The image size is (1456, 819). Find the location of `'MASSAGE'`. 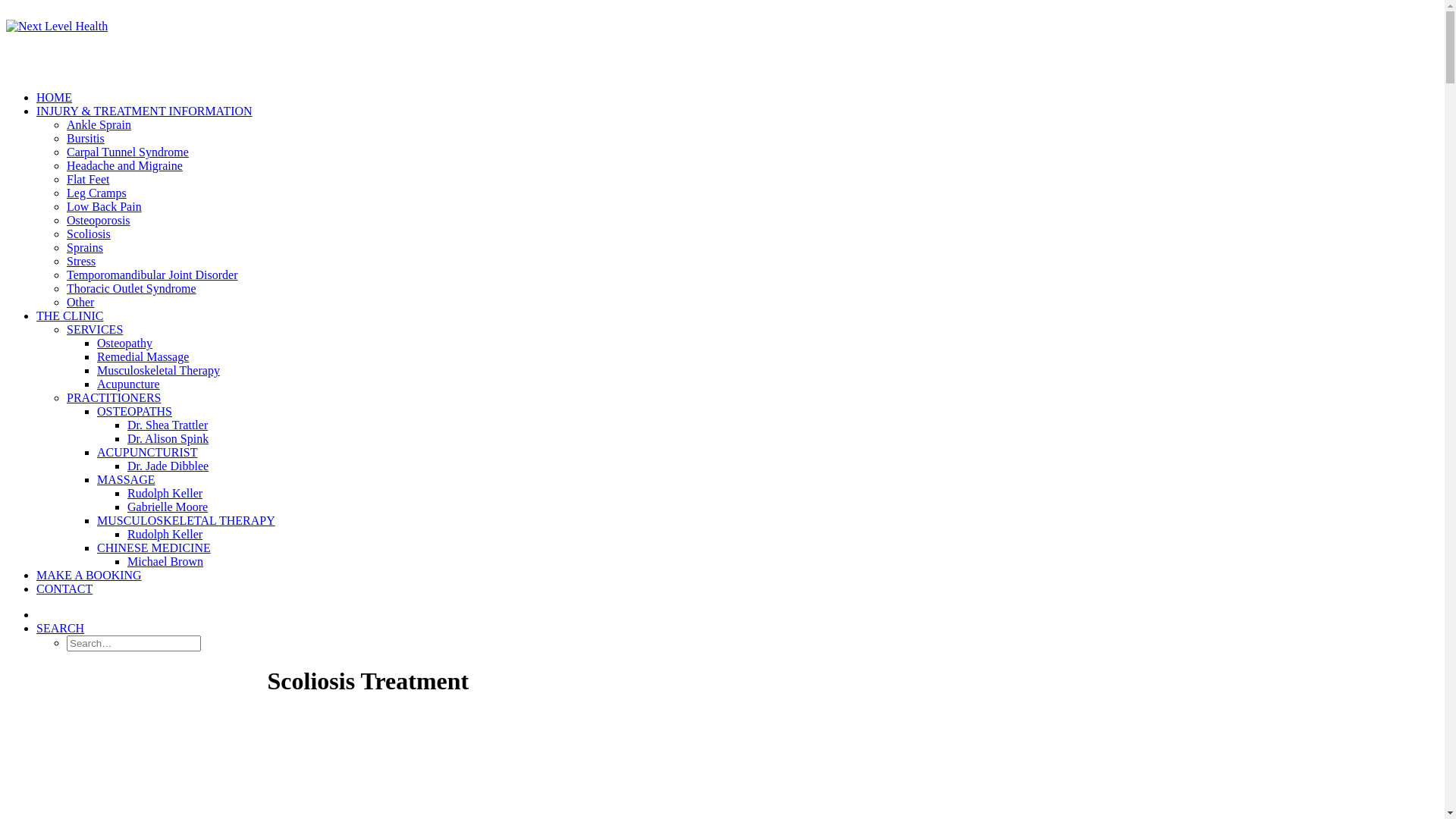

'MASSAGE' is located at coordinates (126, 479).